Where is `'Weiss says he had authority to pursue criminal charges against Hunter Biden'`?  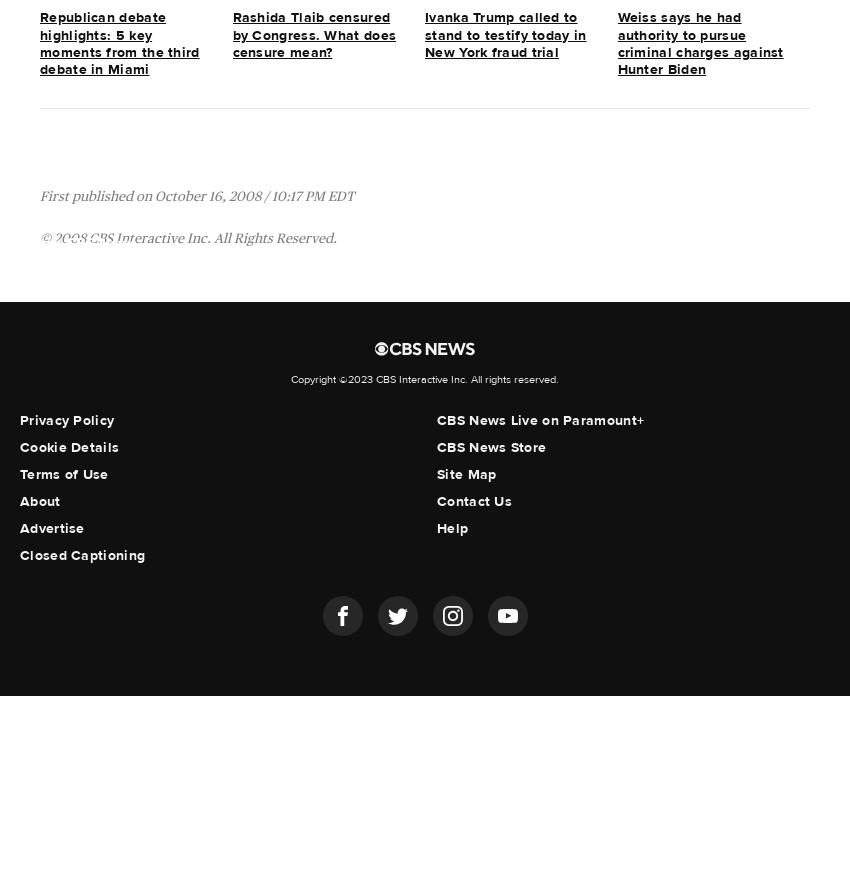 'Weiss says he had authority to pursue criminal charges against Hunter Biden' is located at coordinates (698, 43).